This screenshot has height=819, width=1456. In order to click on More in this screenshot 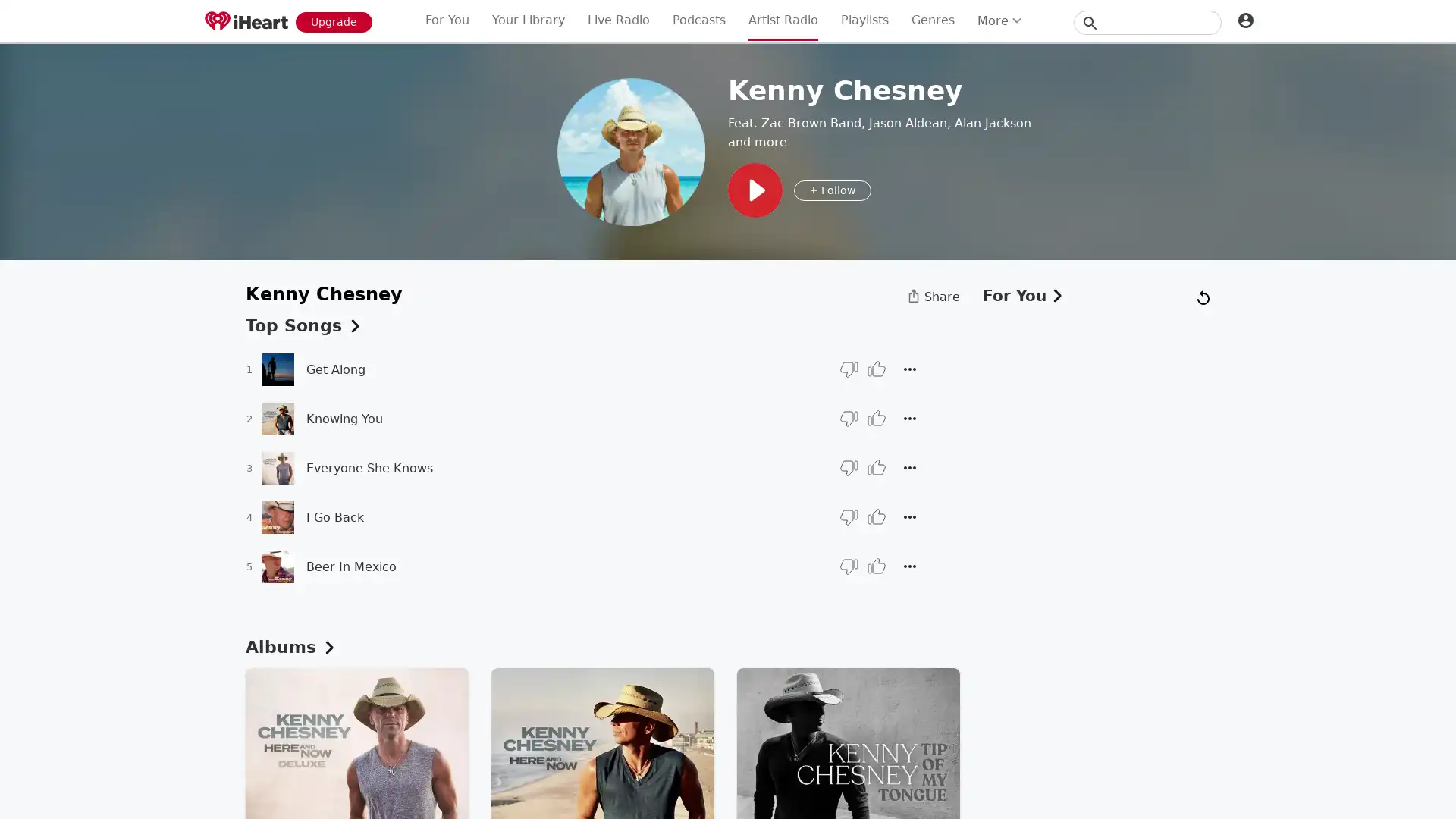, I will do `click(909, 566)`.